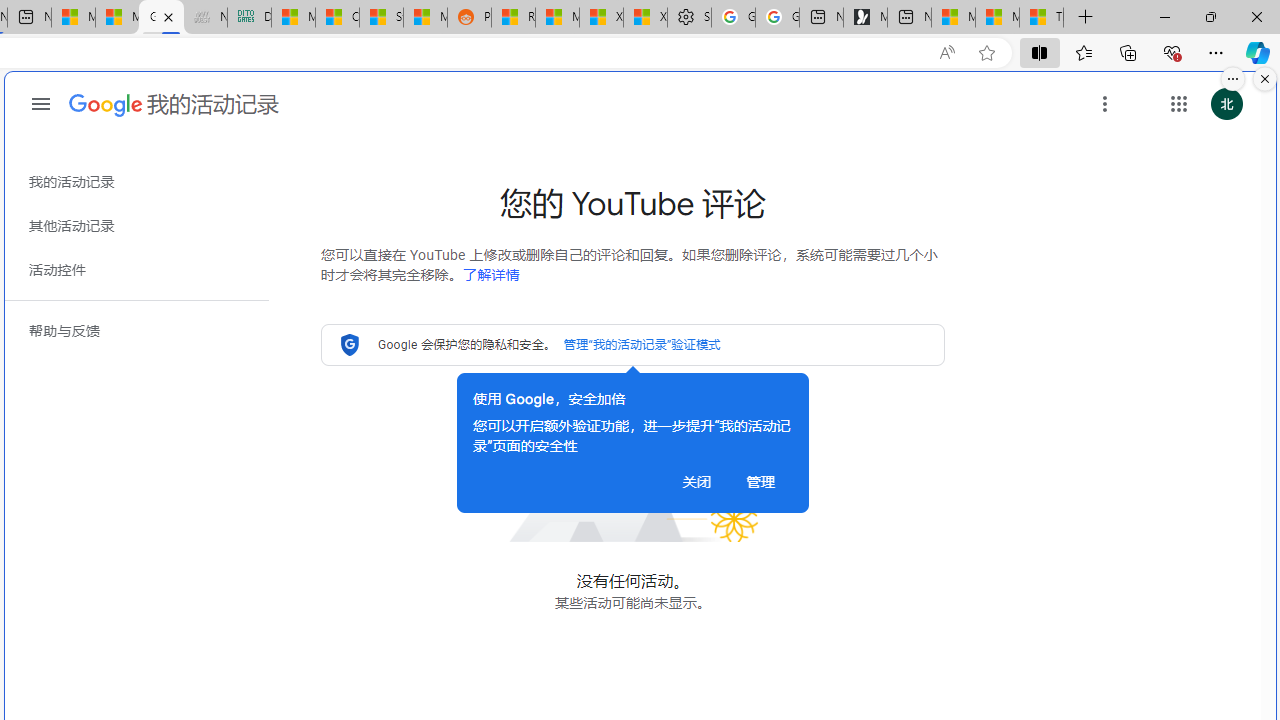 This screenshot has width=1280, height=720. Describe the element at coordinates (1178, 104) in the screenshot. I see `'Class: gb_E'` at that location.